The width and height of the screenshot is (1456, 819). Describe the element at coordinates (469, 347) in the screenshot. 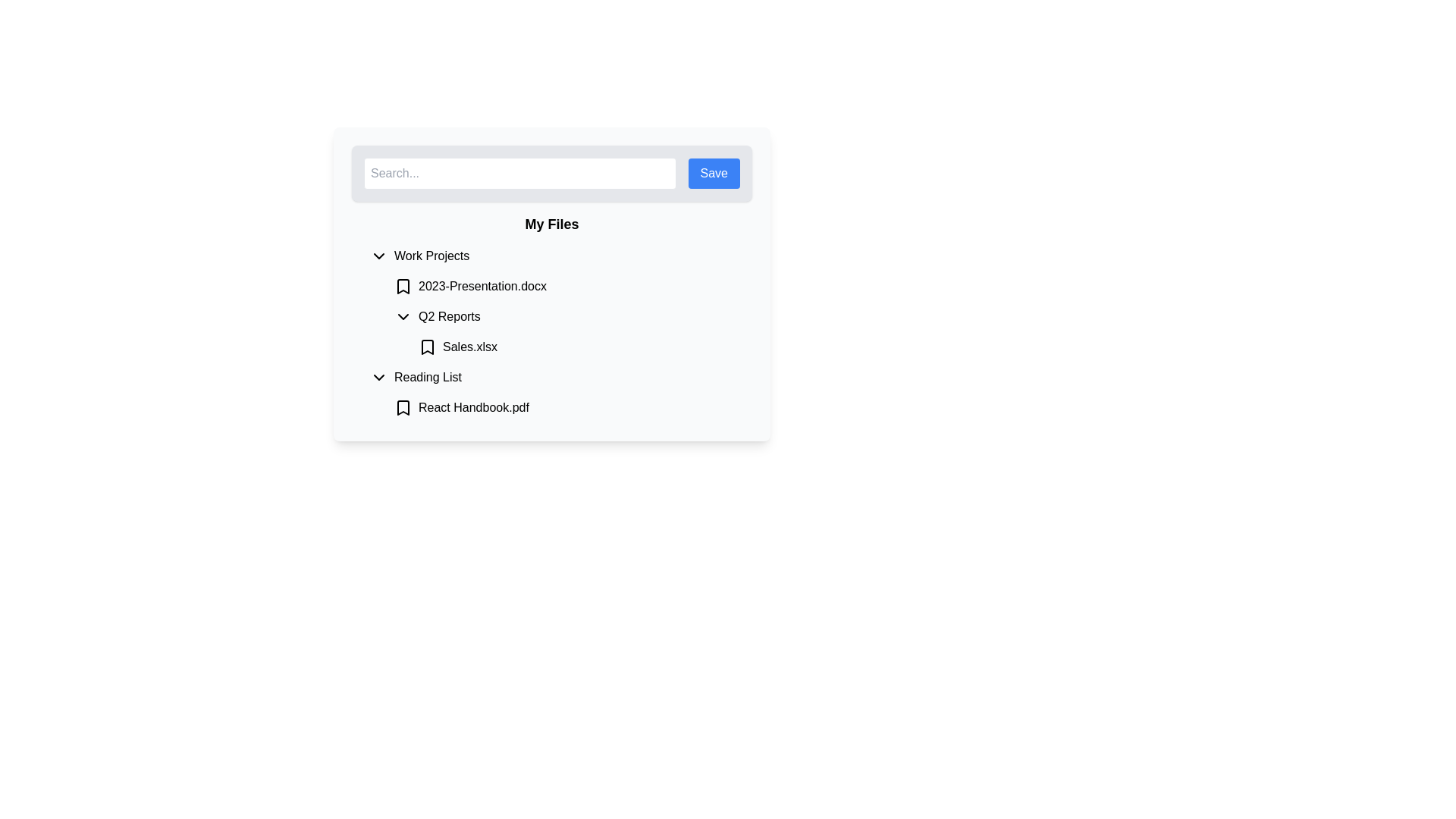

I see `the text label displaying 'Sales.xlsx'` at that location.